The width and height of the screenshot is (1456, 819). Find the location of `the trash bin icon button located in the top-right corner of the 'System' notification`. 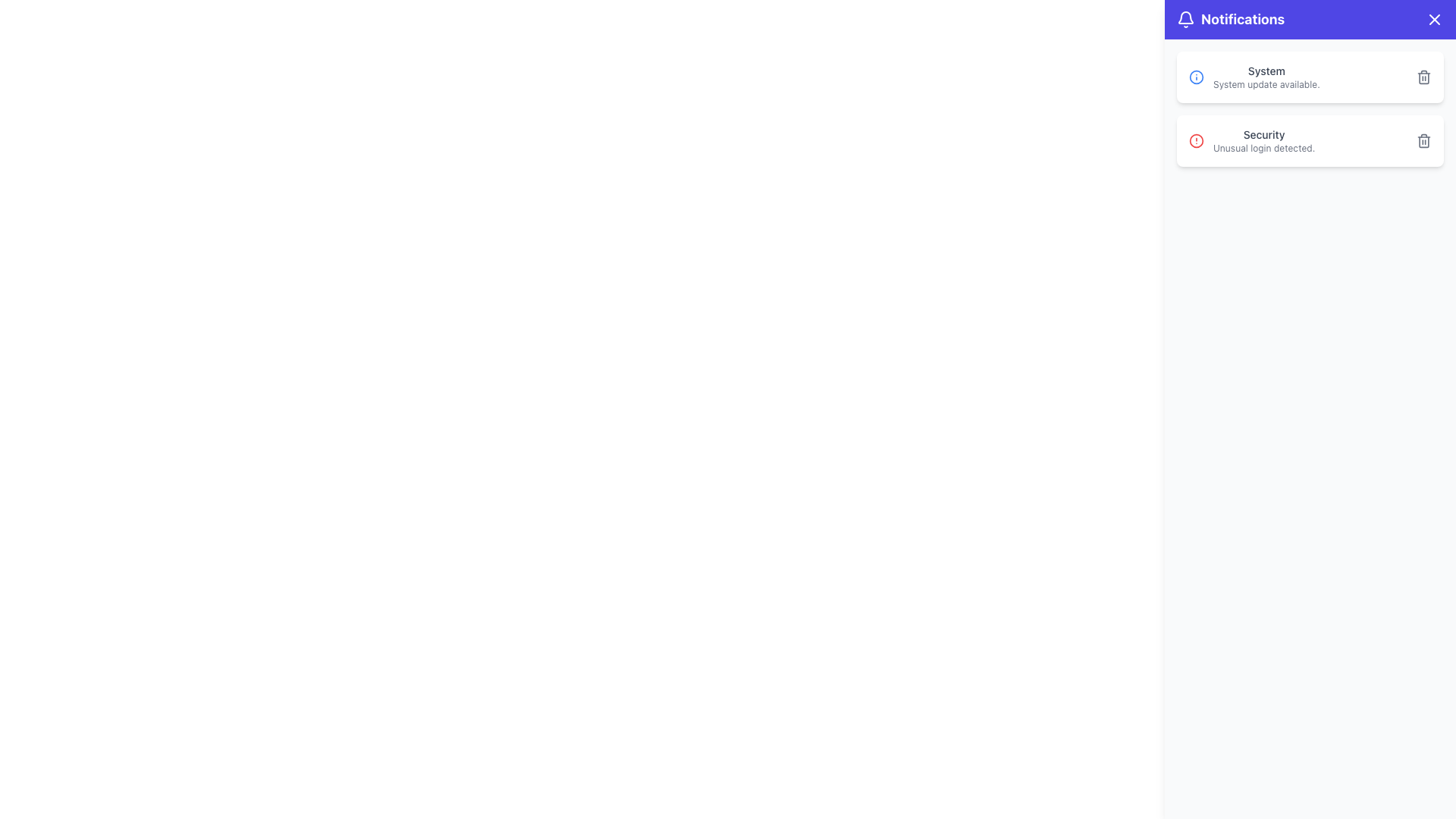

the trash bin icon button located in the top-right corner of the 'System' notification is located at coordinates (1423, 77).